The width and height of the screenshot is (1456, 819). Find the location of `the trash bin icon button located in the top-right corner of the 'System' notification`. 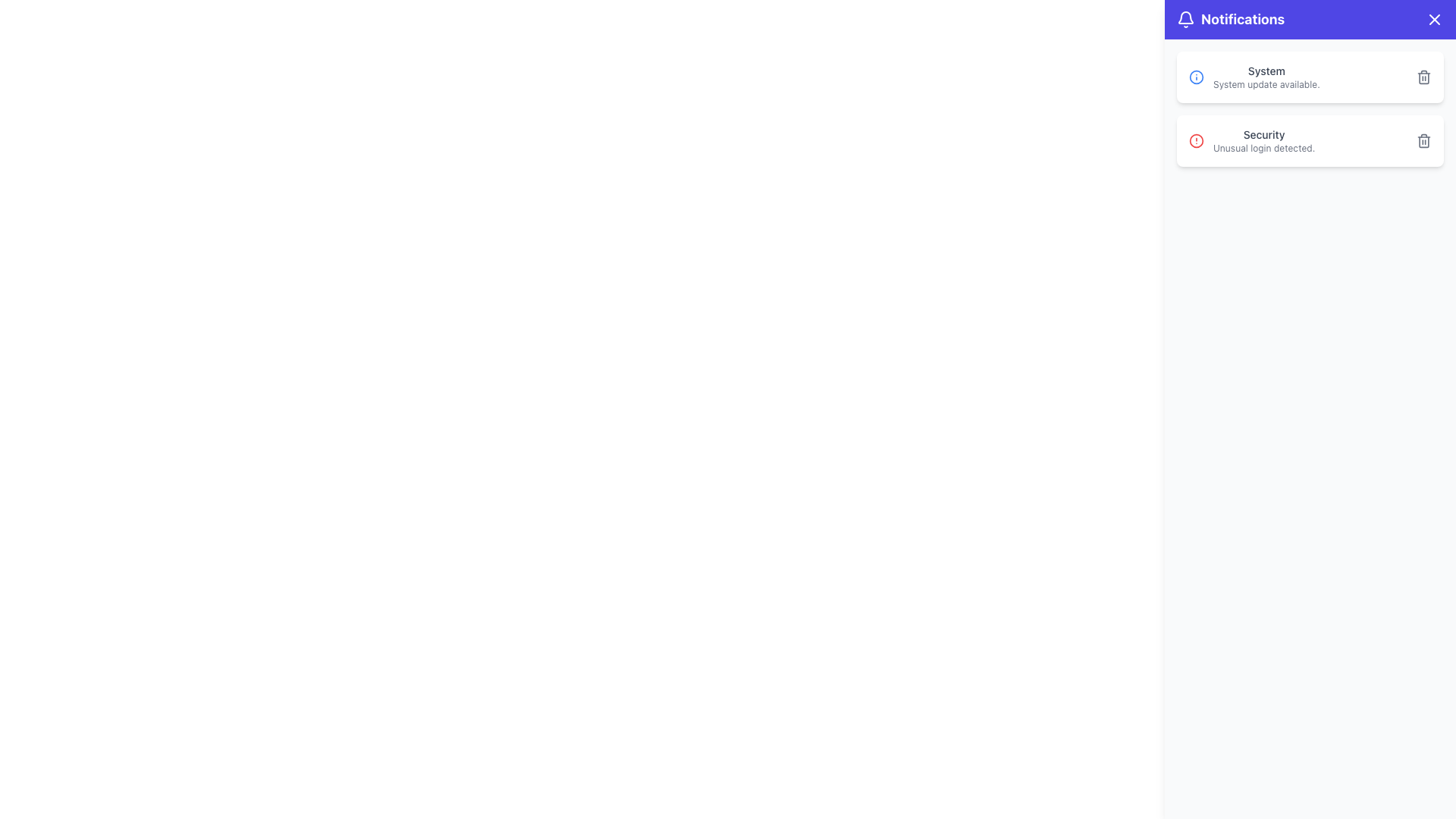

the trash bin icon button located in the top-right corner of the 'System' notification is located at coordinates (1423, 77).